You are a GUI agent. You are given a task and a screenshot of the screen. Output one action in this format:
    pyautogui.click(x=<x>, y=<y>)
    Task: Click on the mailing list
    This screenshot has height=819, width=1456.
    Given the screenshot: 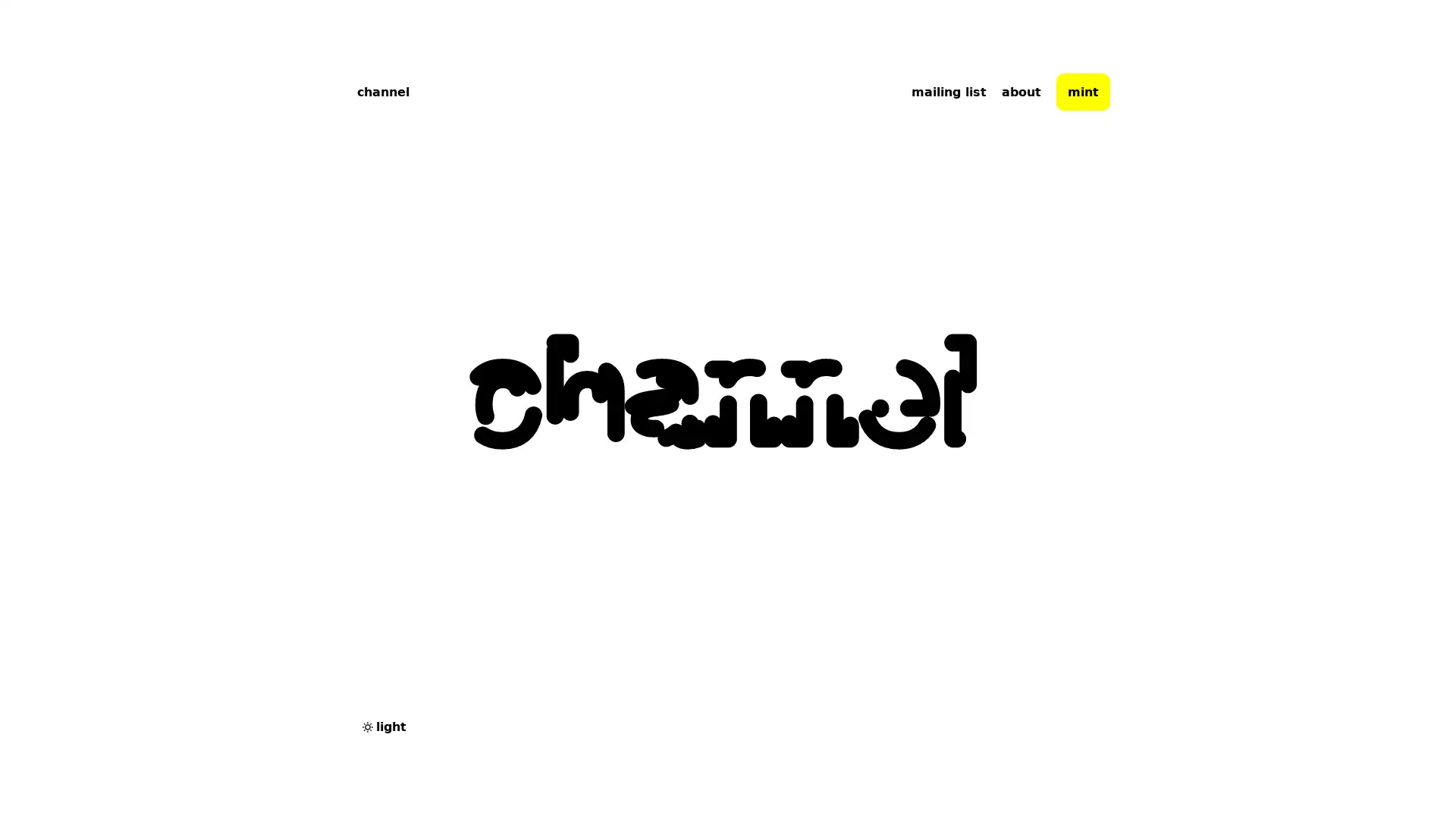 What is the action you would take?
    pyautogui.click(x=948, y=91)
    